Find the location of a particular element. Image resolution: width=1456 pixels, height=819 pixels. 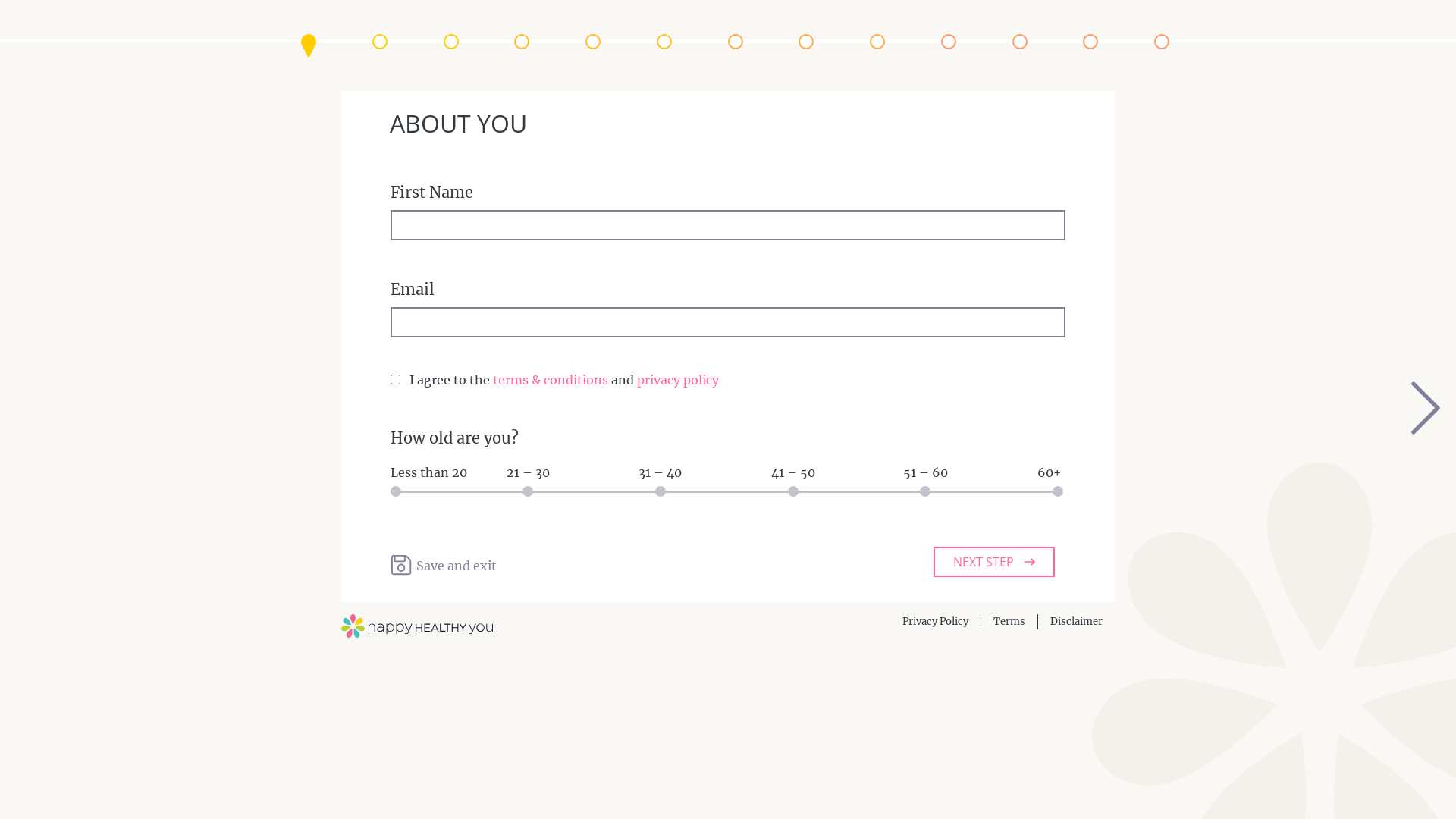

'privacy policy' is located at coordinates (676, 379).